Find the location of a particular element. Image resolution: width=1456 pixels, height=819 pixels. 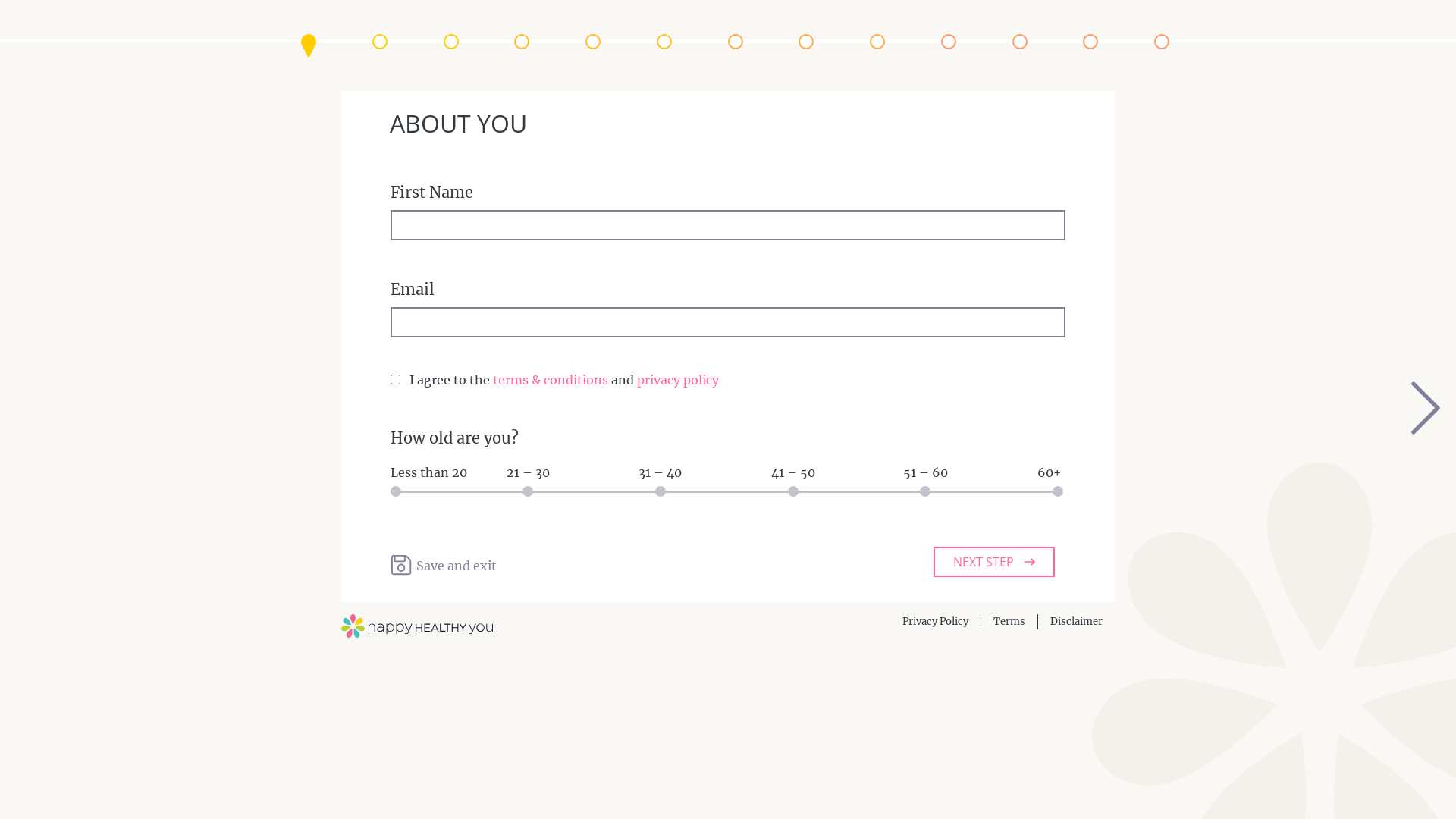

'privacy policy' is located at coordinates (676, 379).